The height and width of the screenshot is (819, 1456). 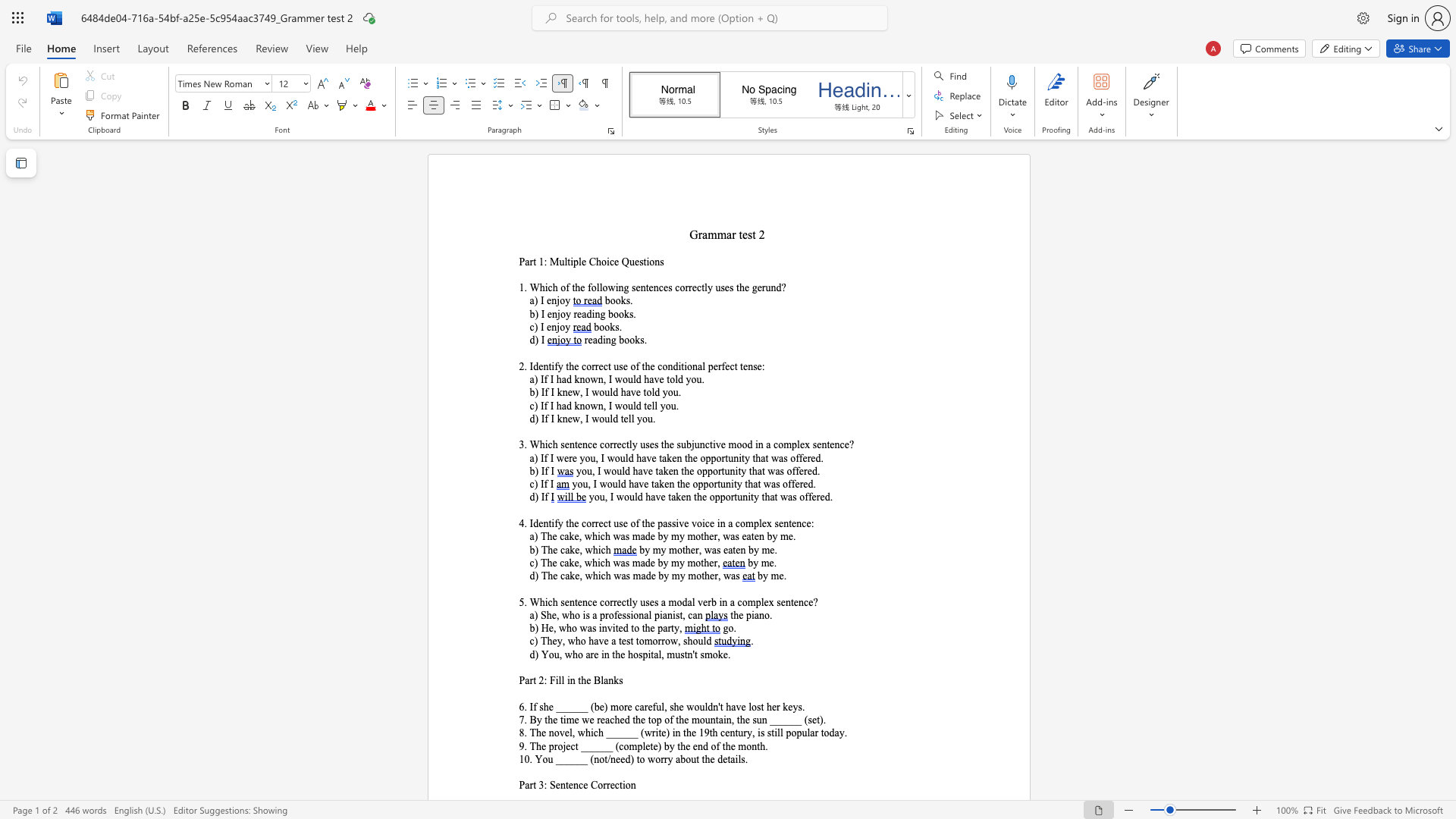 What do you see at coordinates (630, 615) in the screenshot?
I see `the subset text "ional pianist" within the text "a) She, who is a professional pianist, can"` at bounding box center [630, 615].